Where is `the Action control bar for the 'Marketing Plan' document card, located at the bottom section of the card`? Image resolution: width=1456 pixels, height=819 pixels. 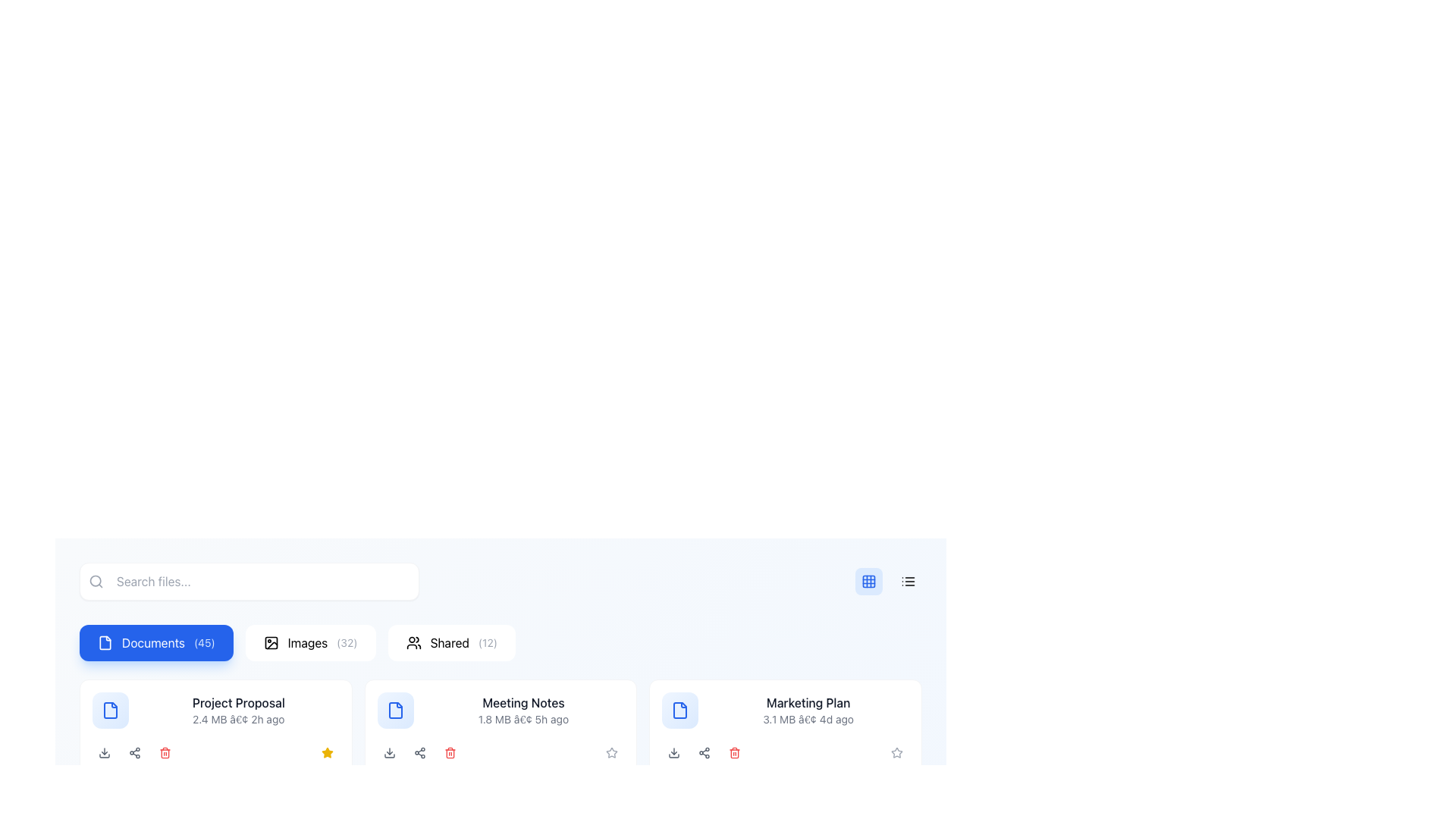 the Action control bar for the 'Marketing Plan' document card, located at the bottom section of the card is located at coordinates (786, 752).